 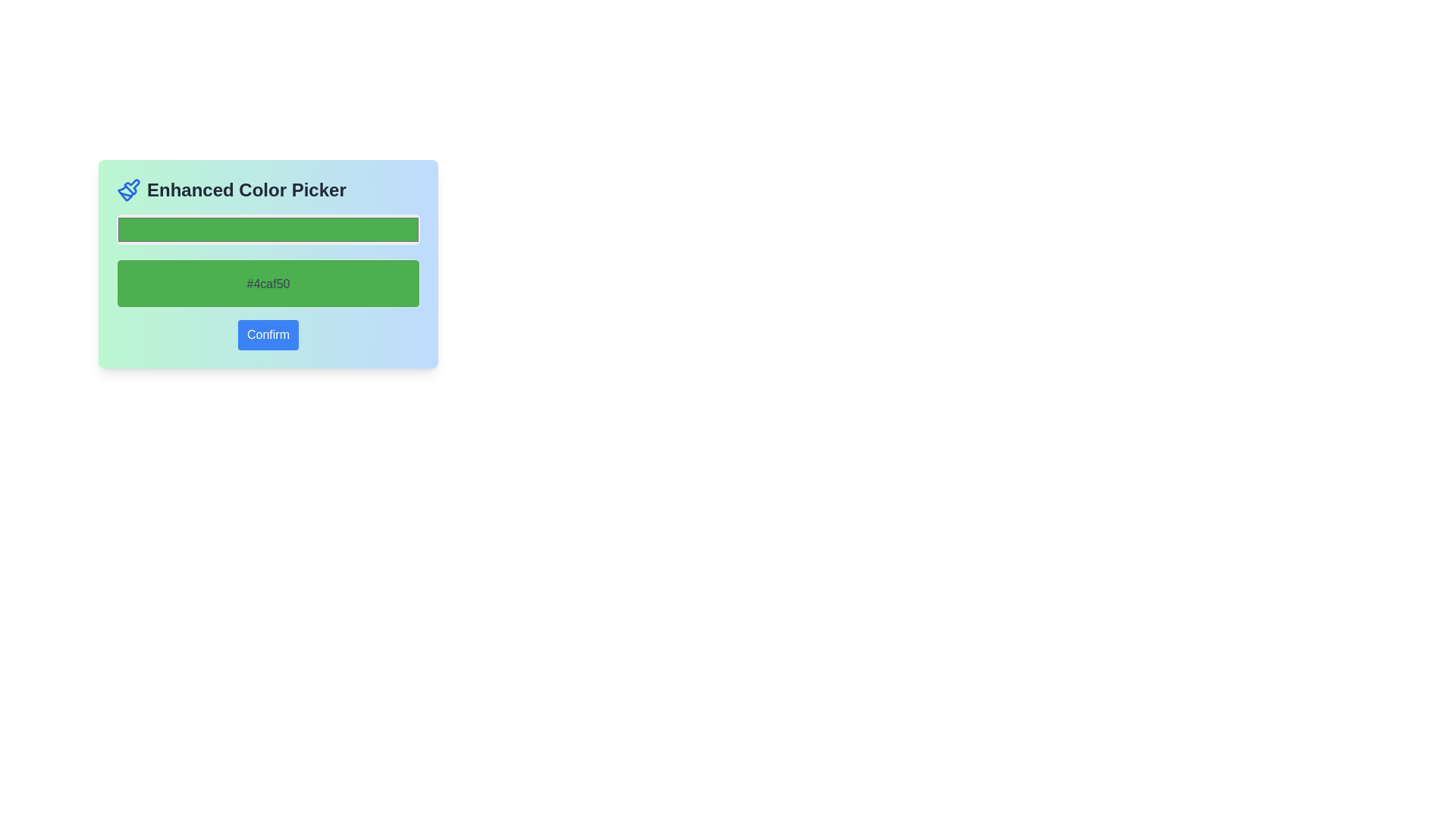 I want to click on the blue paintbrush icon located to the left of the 'Enhanced Color Picker' text, so click(x=128, y=189).